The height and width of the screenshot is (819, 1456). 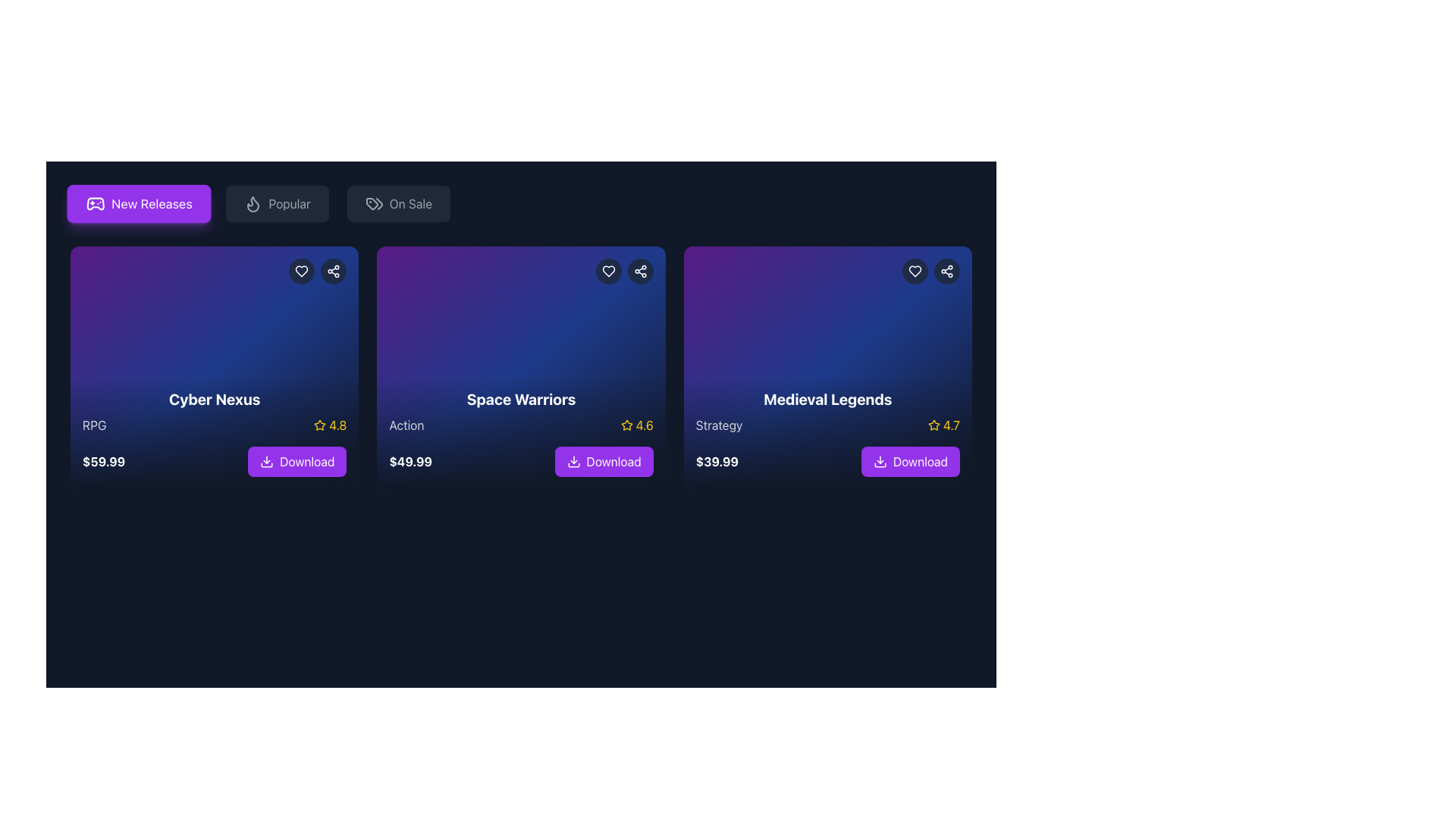 I want to click on the Rating display element, which features a yellow star icon and the numeric rating '4.8', so click(x=329, y=425).